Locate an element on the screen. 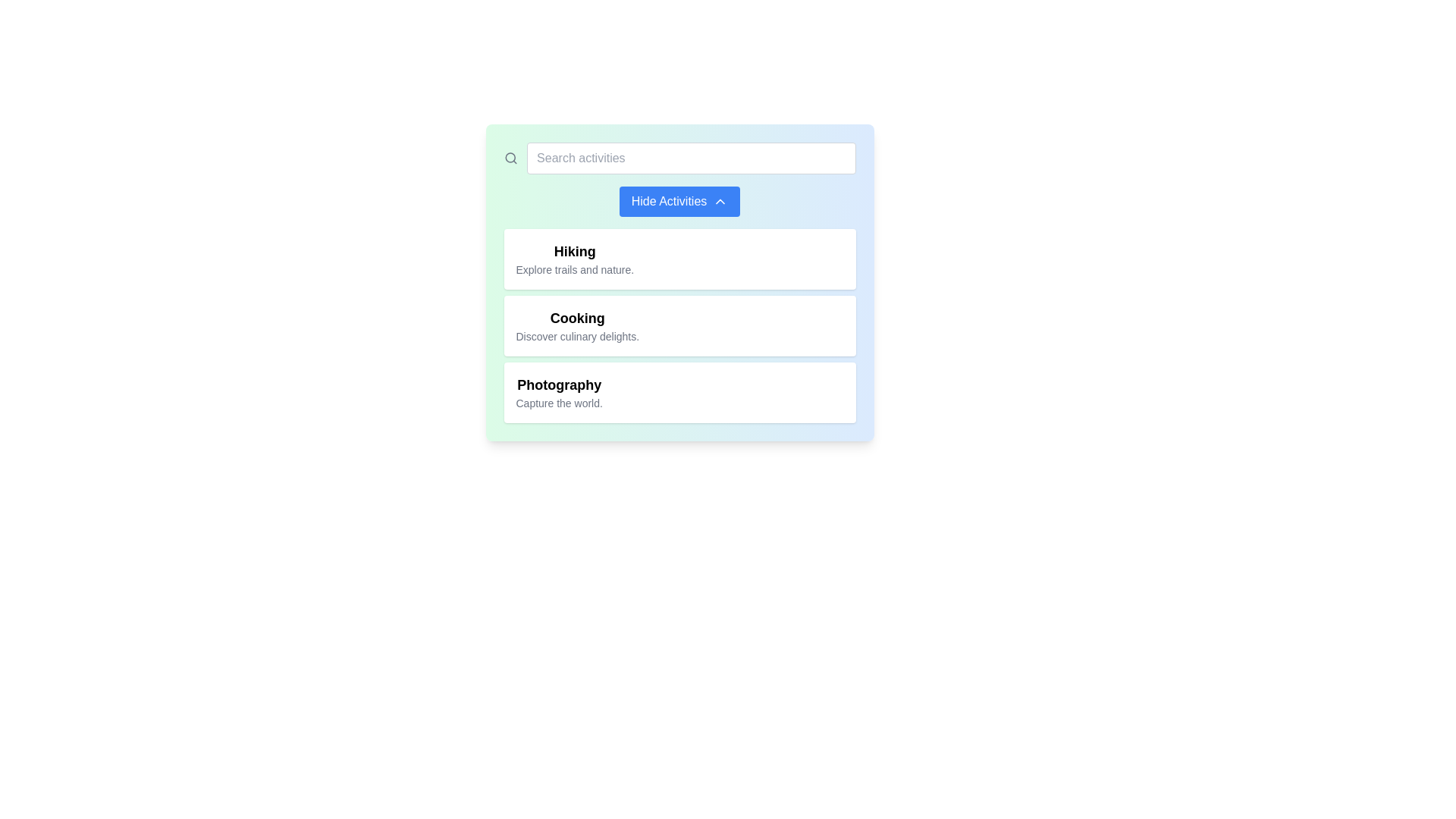 Image resolution: width=1456 pixels, height=819 pixels. text label or heading that identifies the category or topic related to cooking, positioned between the 'Hiking' header and 'Photography' below is located at coordinates (576, 318).